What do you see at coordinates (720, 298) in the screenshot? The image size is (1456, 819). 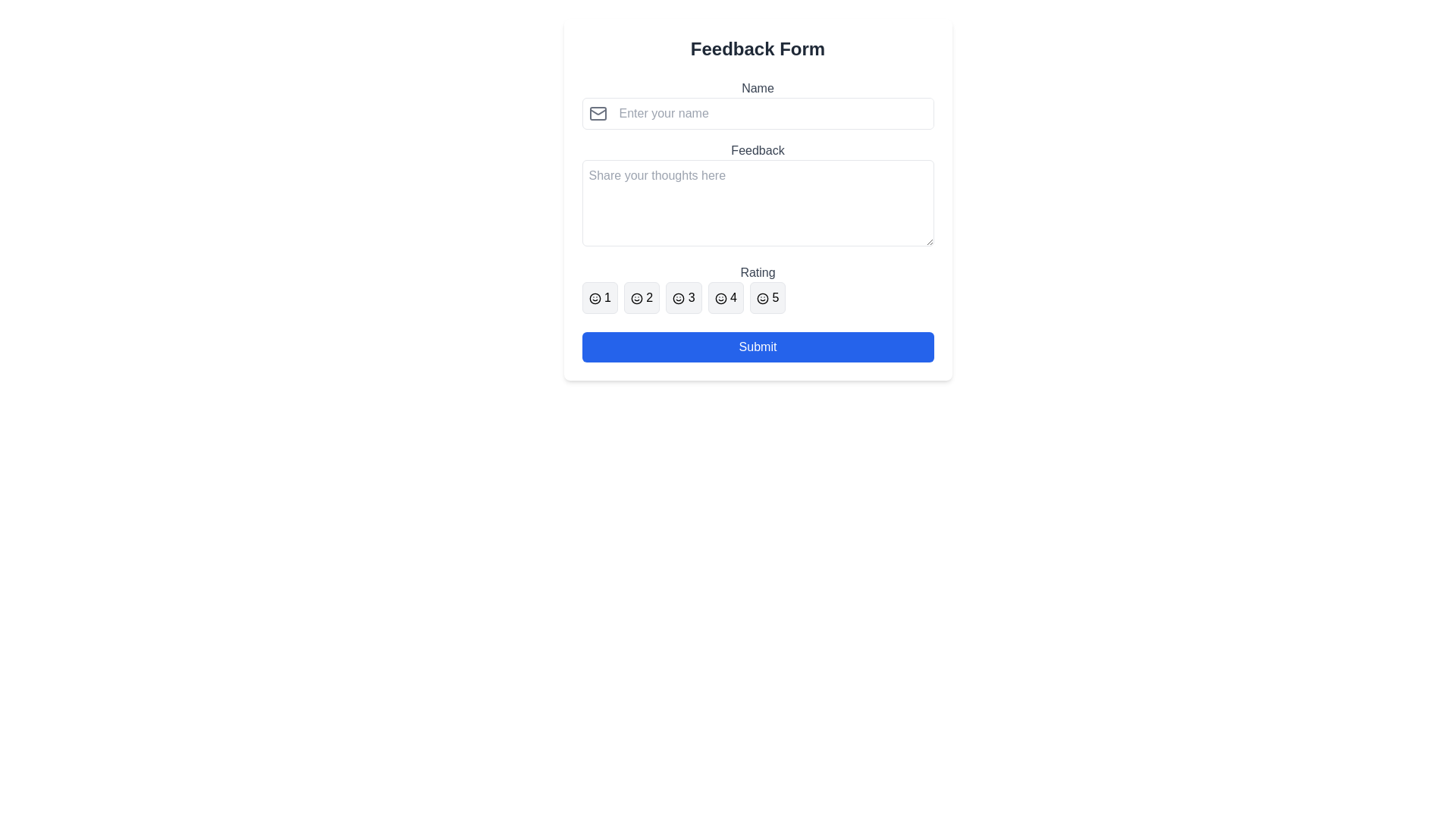 I see `the fourth smiley icon representing a rating level '4'` at bounding box center [720, 298].